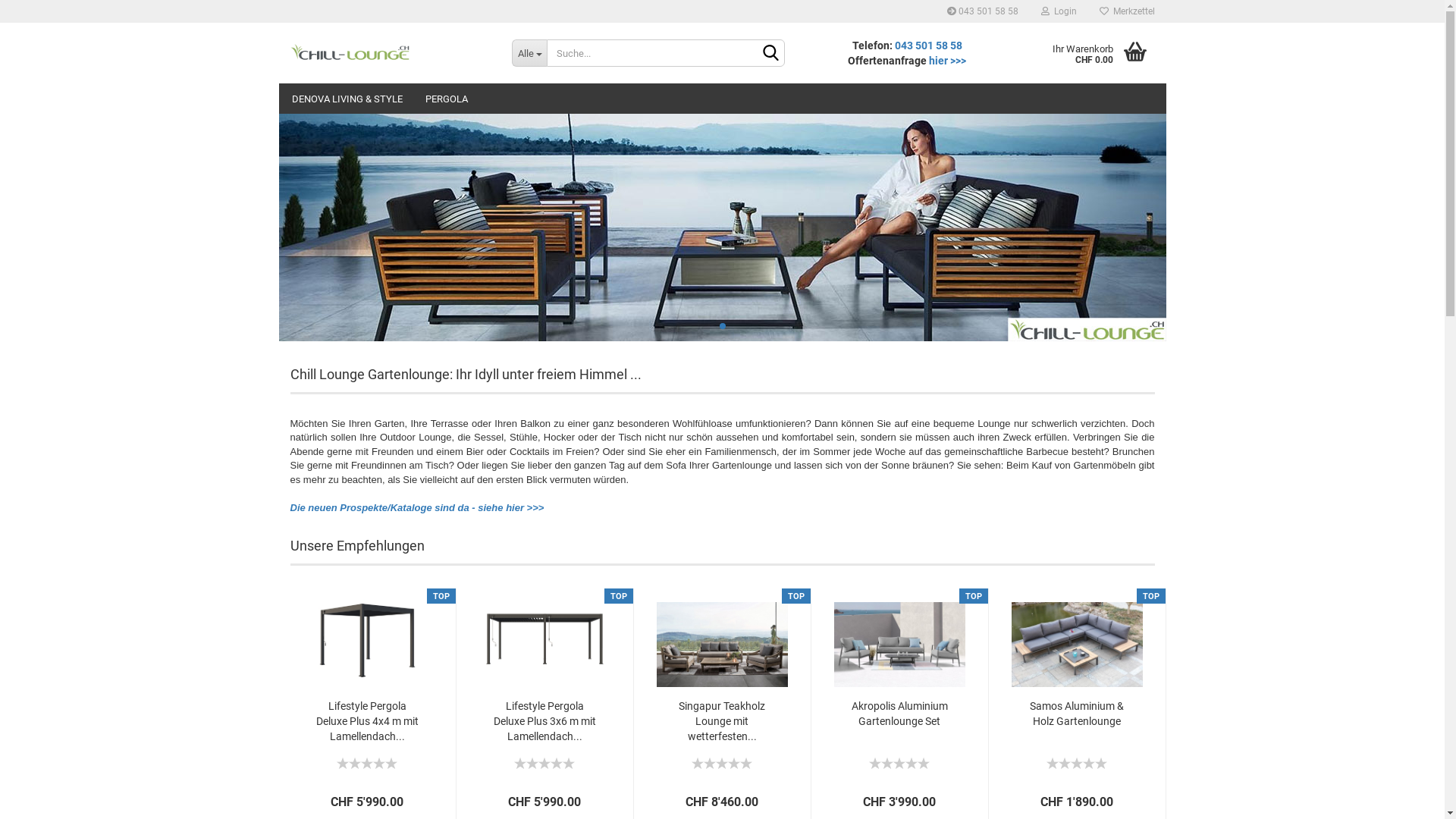  What do you see at coordinates (721, 637) in the screenshot?
I see `'Singapur Teakholz Lounge mit wetterfesten Outdoorkissen'` at bounding box center [721, 637].